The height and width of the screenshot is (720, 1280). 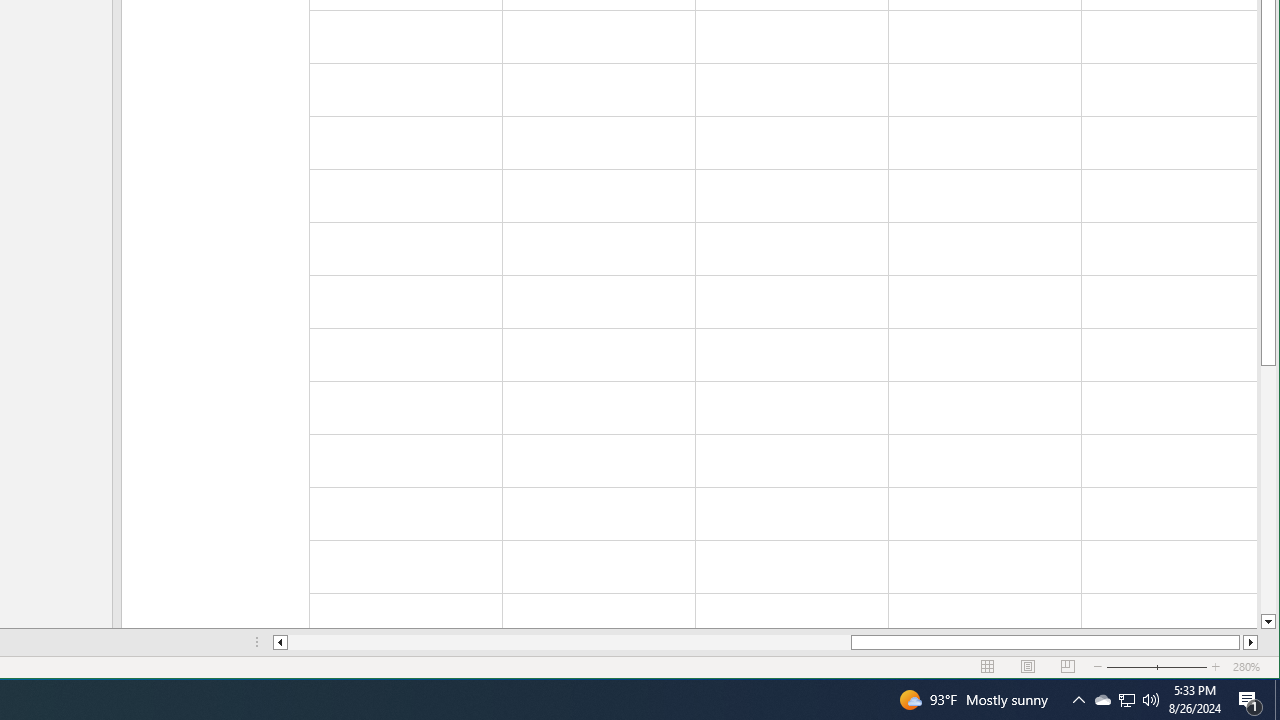 What do you see at coordinates (1101, 698) in the screenshot?
I see `'Q2790: 100%'` at bounding box center [1101, 698].